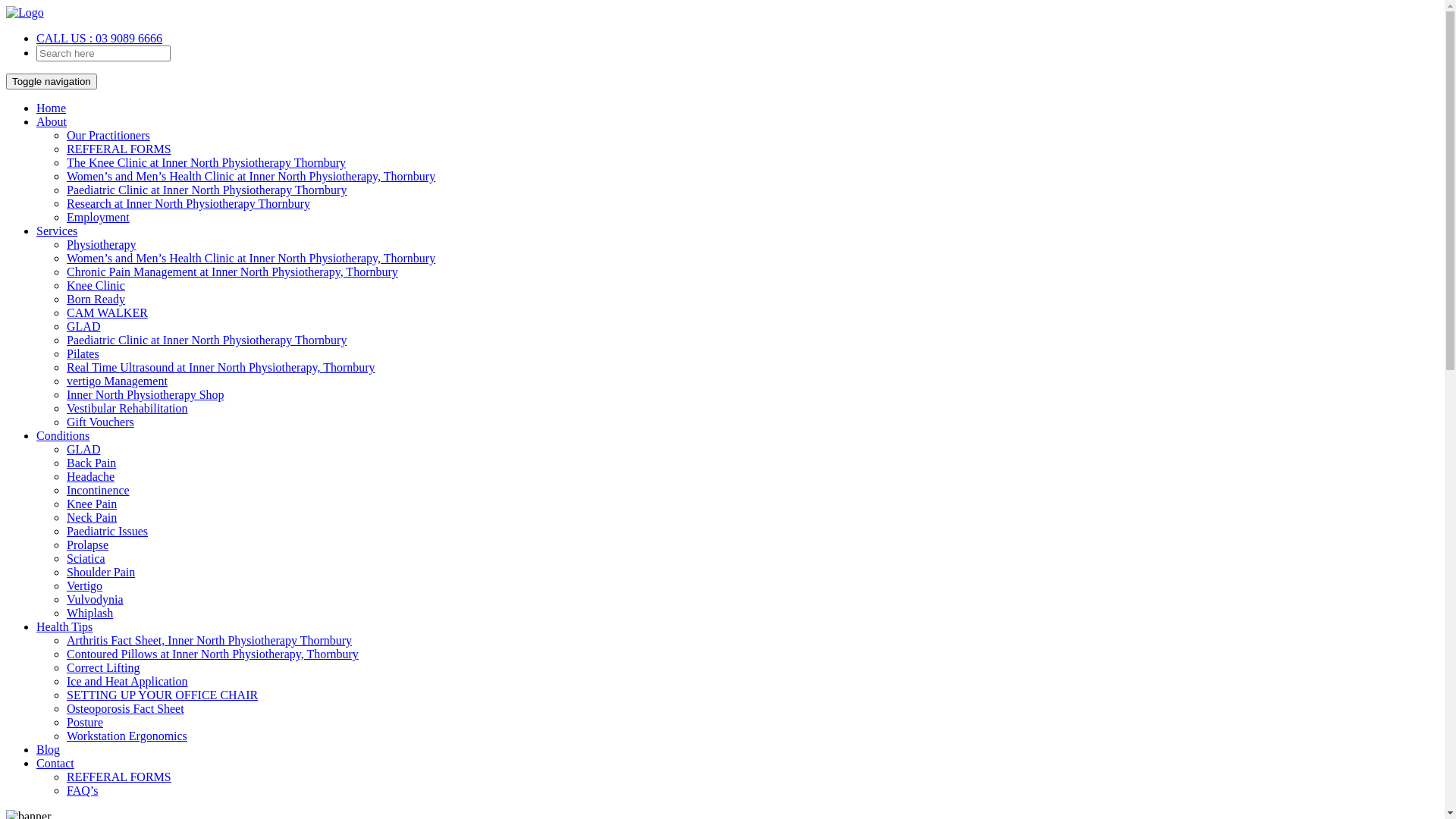 The image size is (1456, 819). Describe the element at coordinates (36, 435) in the screenshot. I see `'Conditions'` at that location.